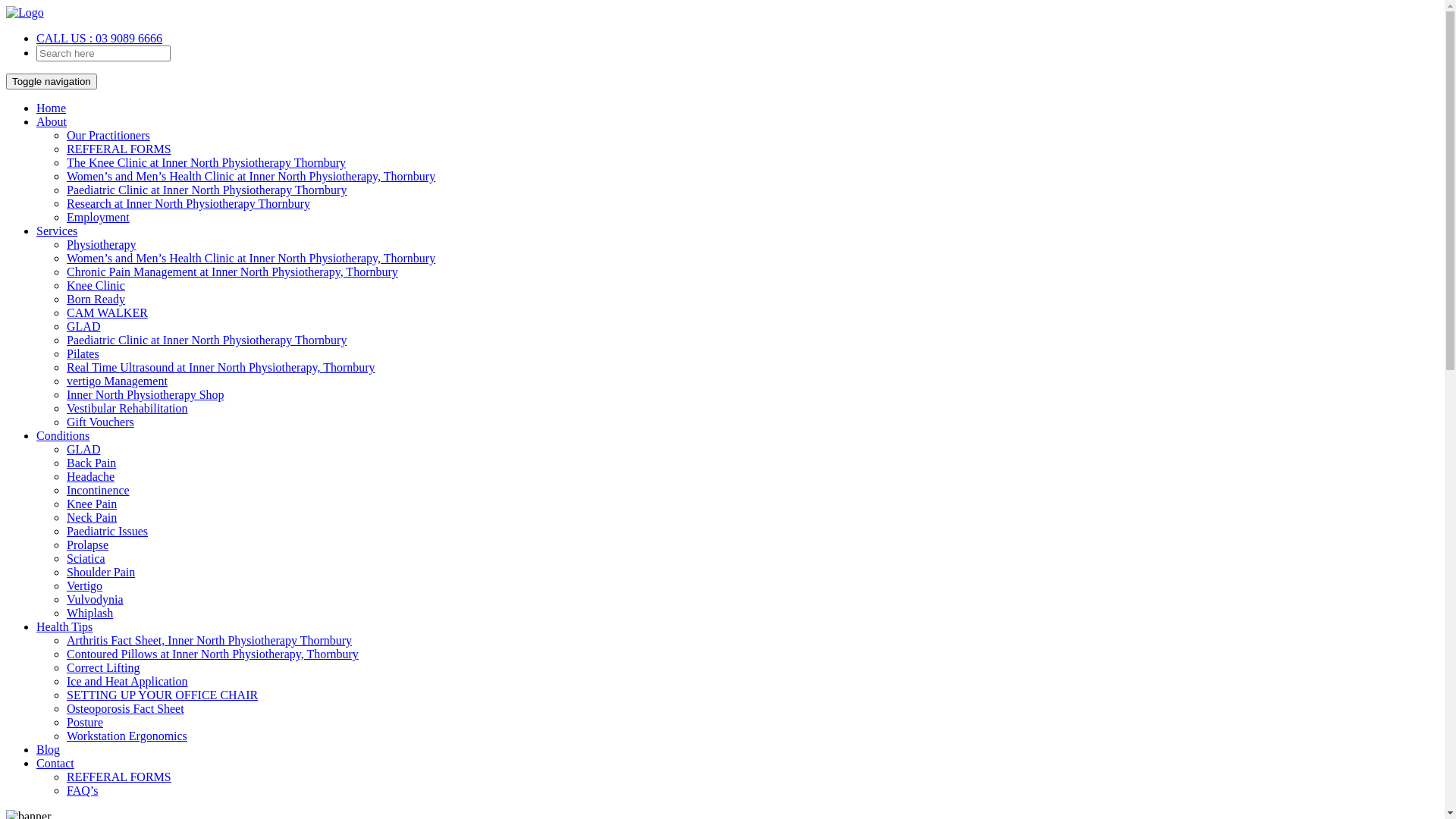 The image size is (1456, 819). Describe the element at coordinates (36, 435) in the screenshot. I see `'Conditions'` at that location.